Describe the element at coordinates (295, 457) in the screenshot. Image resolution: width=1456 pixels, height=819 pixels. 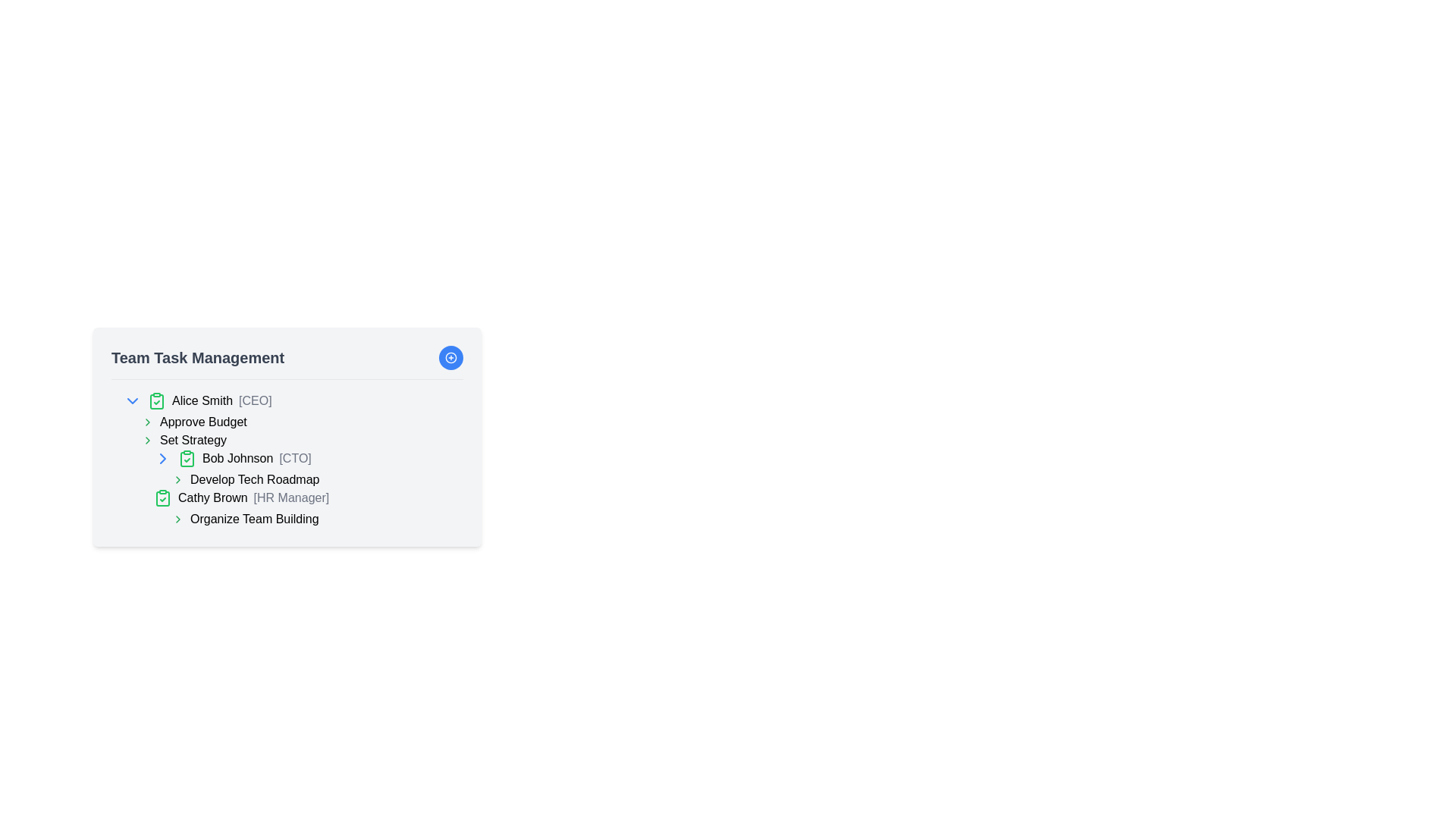
I see `the text label '[CTO]' which is styled with a gray font color and positioned to the right of 'Bob Johnson'` at that location.